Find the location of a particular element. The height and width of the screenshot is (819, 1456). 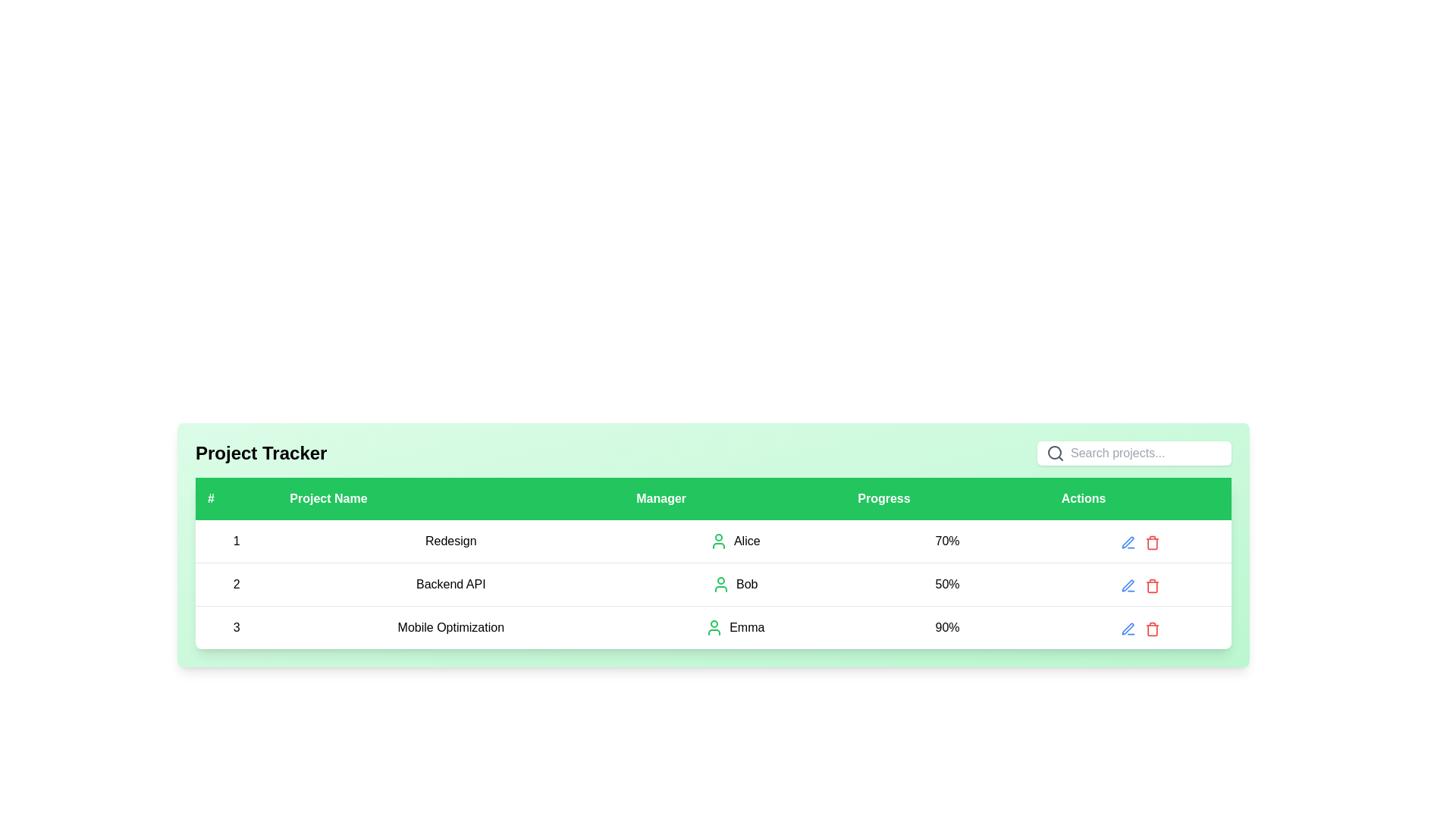

the pen icon button located in the 'Actions' column for the 'Backend API' project, which is styled with a thin stroke and is a sibling to the trash bin icon is located at coordinates (1128, 629).